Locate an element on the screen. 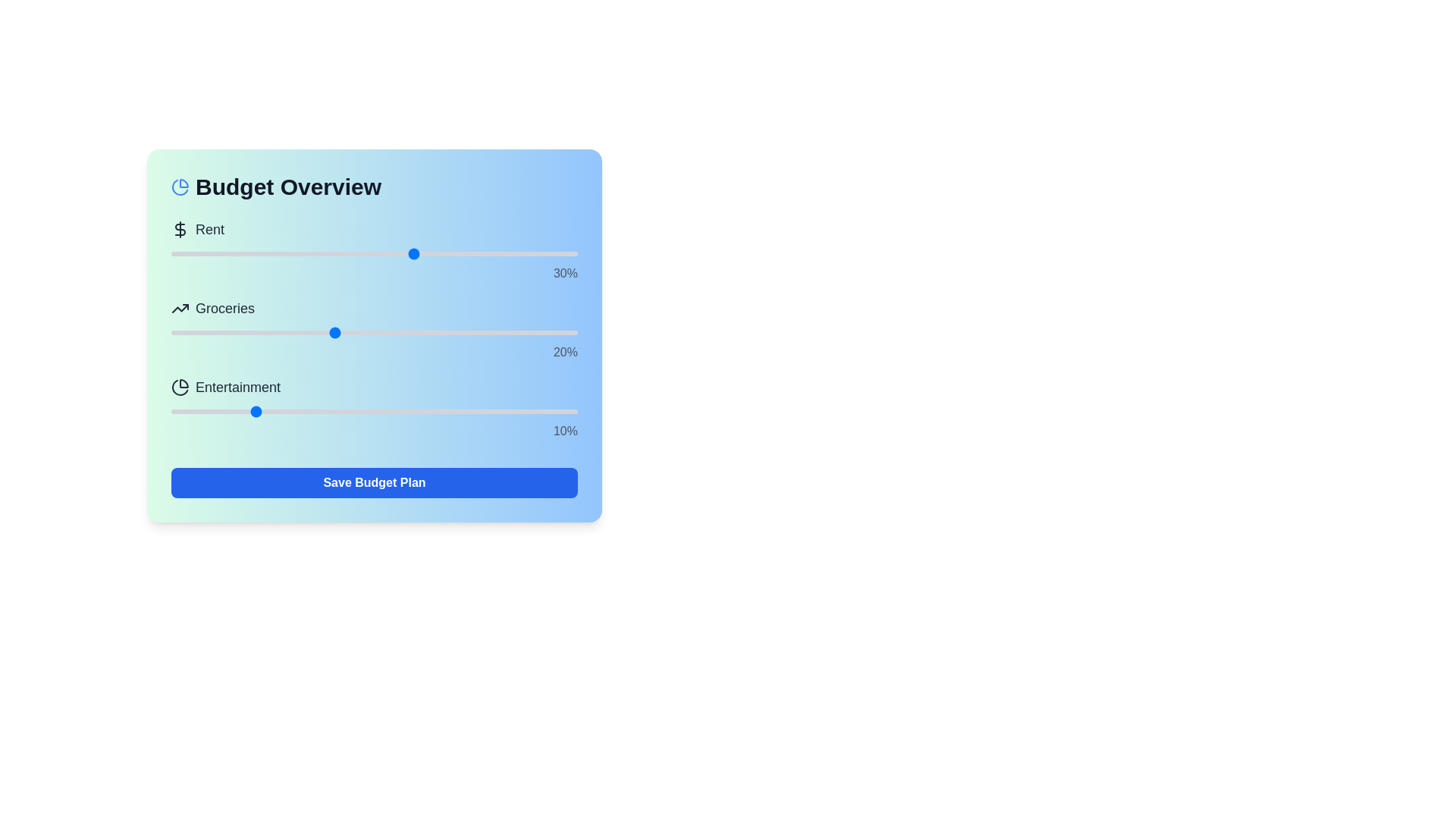 Image resolution: width=1456 pixels, height=819 pixels. the 'Entertainment' slider is located at coordinates (423, 412).